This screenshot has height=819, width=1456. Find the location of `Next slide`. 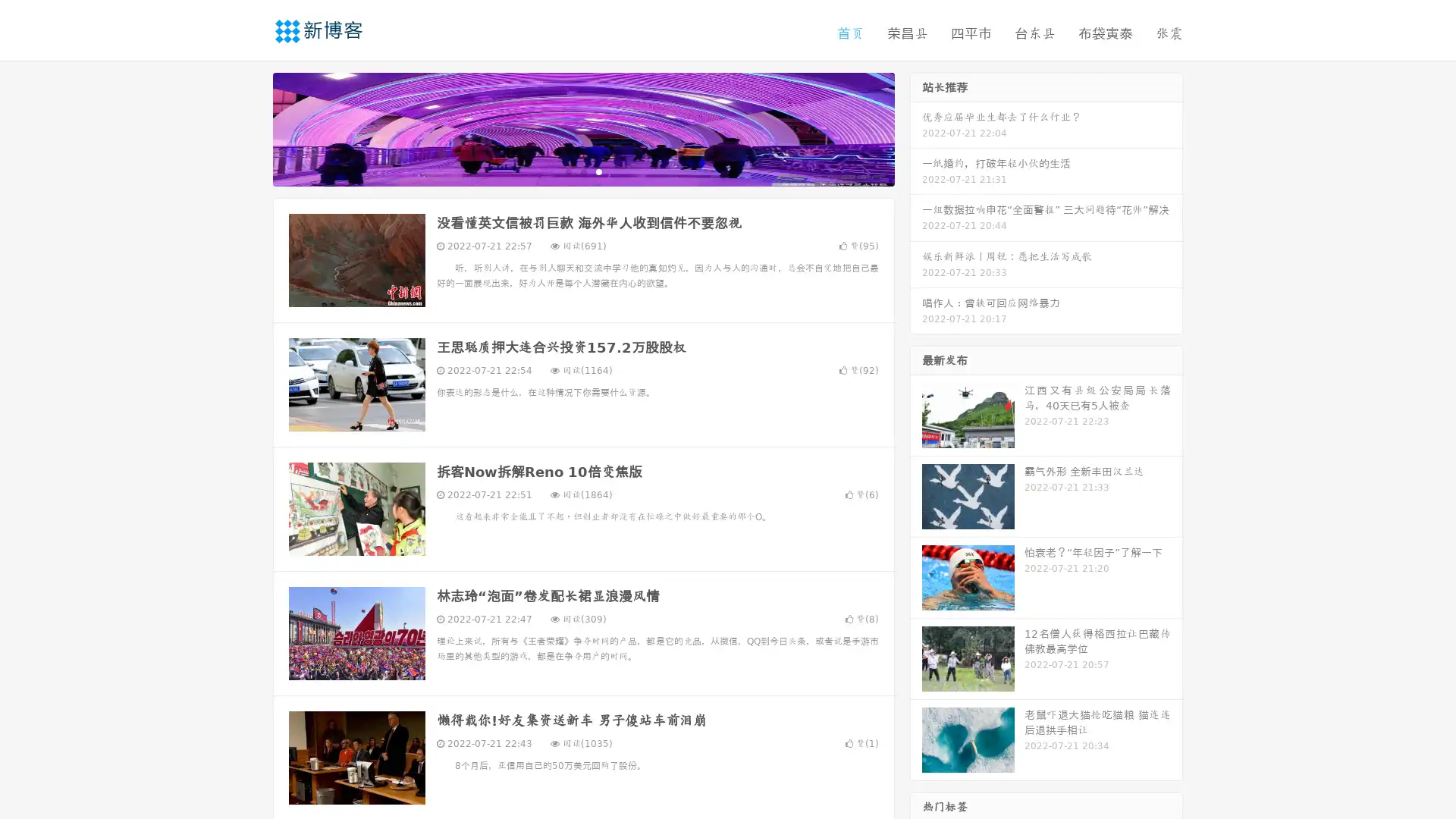

Next slide is located at coordinates (916, 127).